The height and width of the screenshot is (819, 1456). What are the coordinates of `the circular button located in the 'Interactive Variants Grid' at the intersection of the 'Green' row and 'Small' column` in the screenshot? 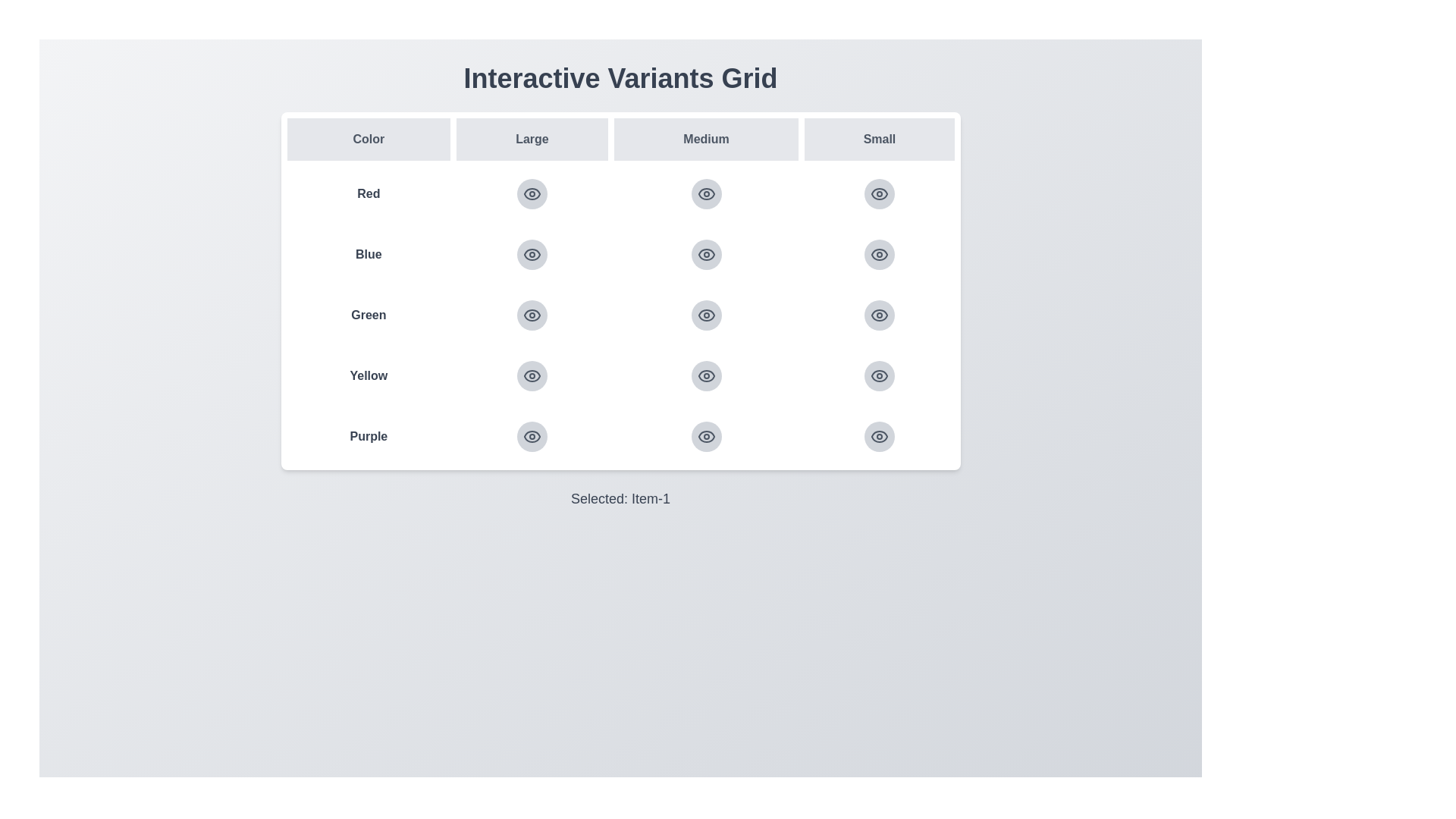 It's located at (880, 315).